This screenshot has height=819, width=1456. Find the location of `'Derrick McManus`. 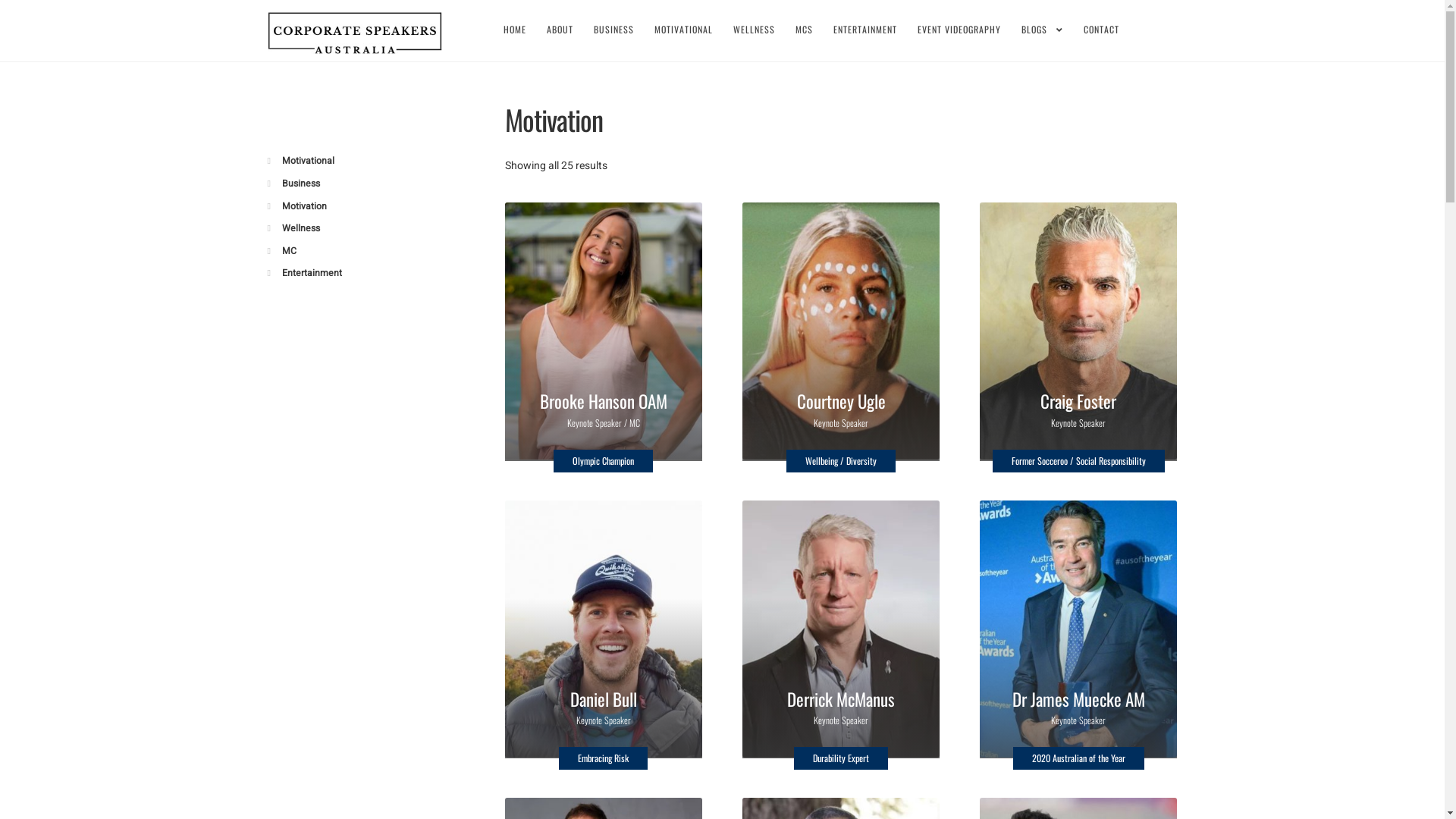

'Derrick McManus is located at coordinates (840, 629).